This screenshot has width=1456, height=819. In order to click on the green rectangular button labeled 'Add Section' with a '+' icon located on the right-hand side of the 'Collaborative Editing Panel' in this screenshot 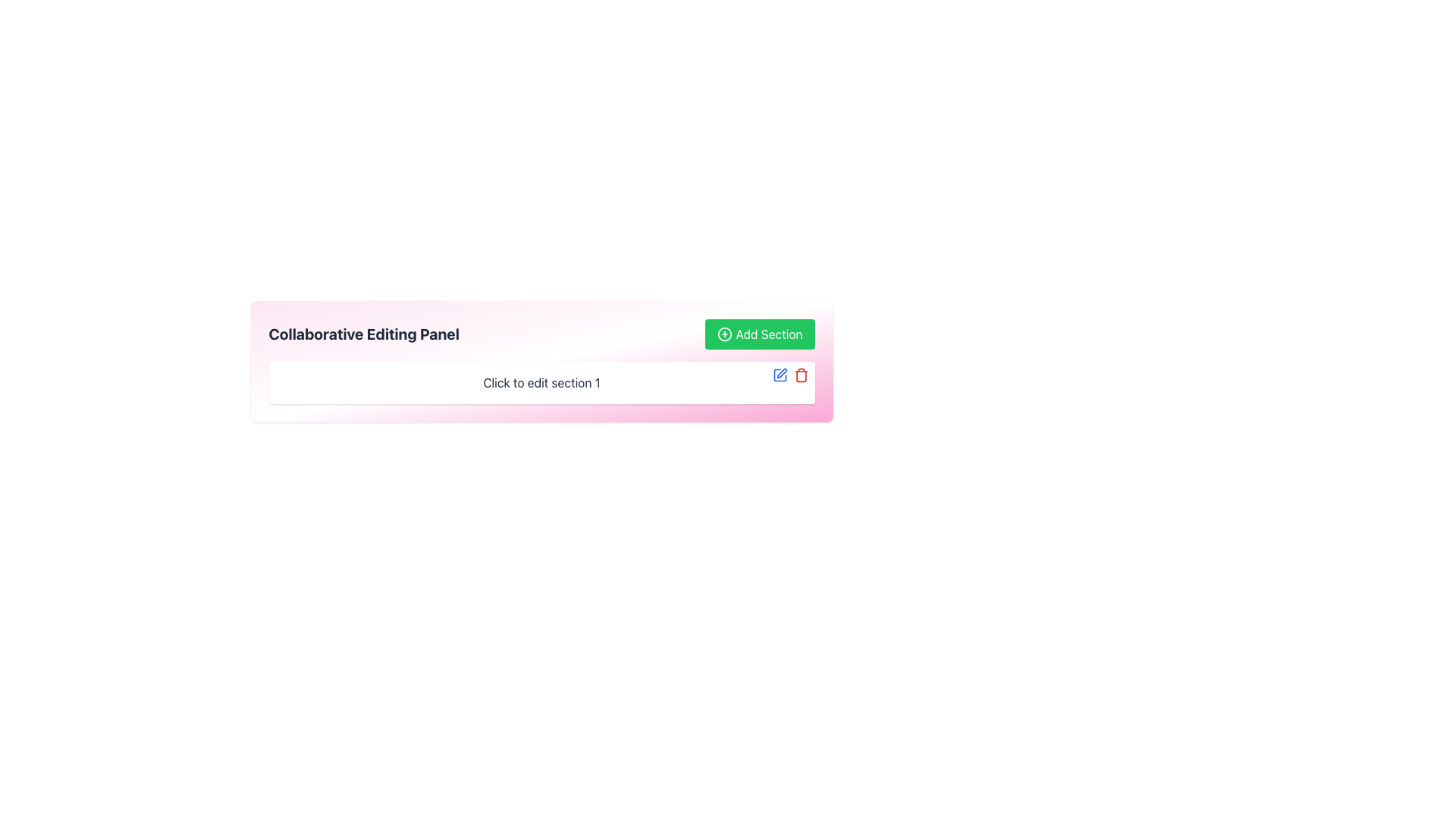, I will do `click(760, 333)`.